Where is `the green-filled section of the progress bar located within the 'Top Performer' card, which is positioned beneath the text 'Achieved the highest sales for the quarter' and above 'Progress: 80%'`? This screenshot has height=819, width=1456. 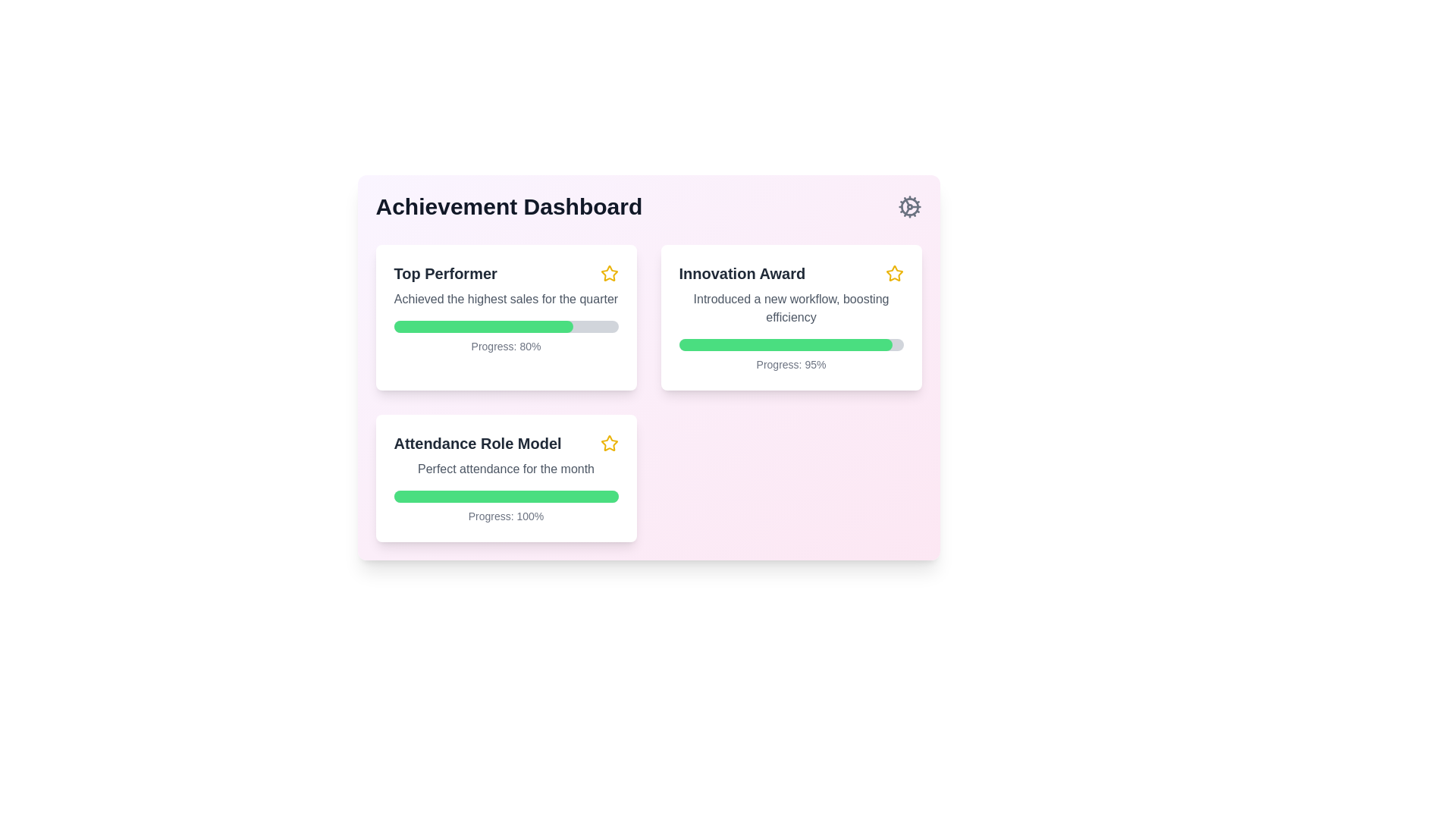 the green-filled section of the progress bar located within the 'Top Performer' card, which is positioned beneath the text 'Achieved the highest sales for the quarter' and above 'Progress: 80%' is located at coordinates (482, 326).